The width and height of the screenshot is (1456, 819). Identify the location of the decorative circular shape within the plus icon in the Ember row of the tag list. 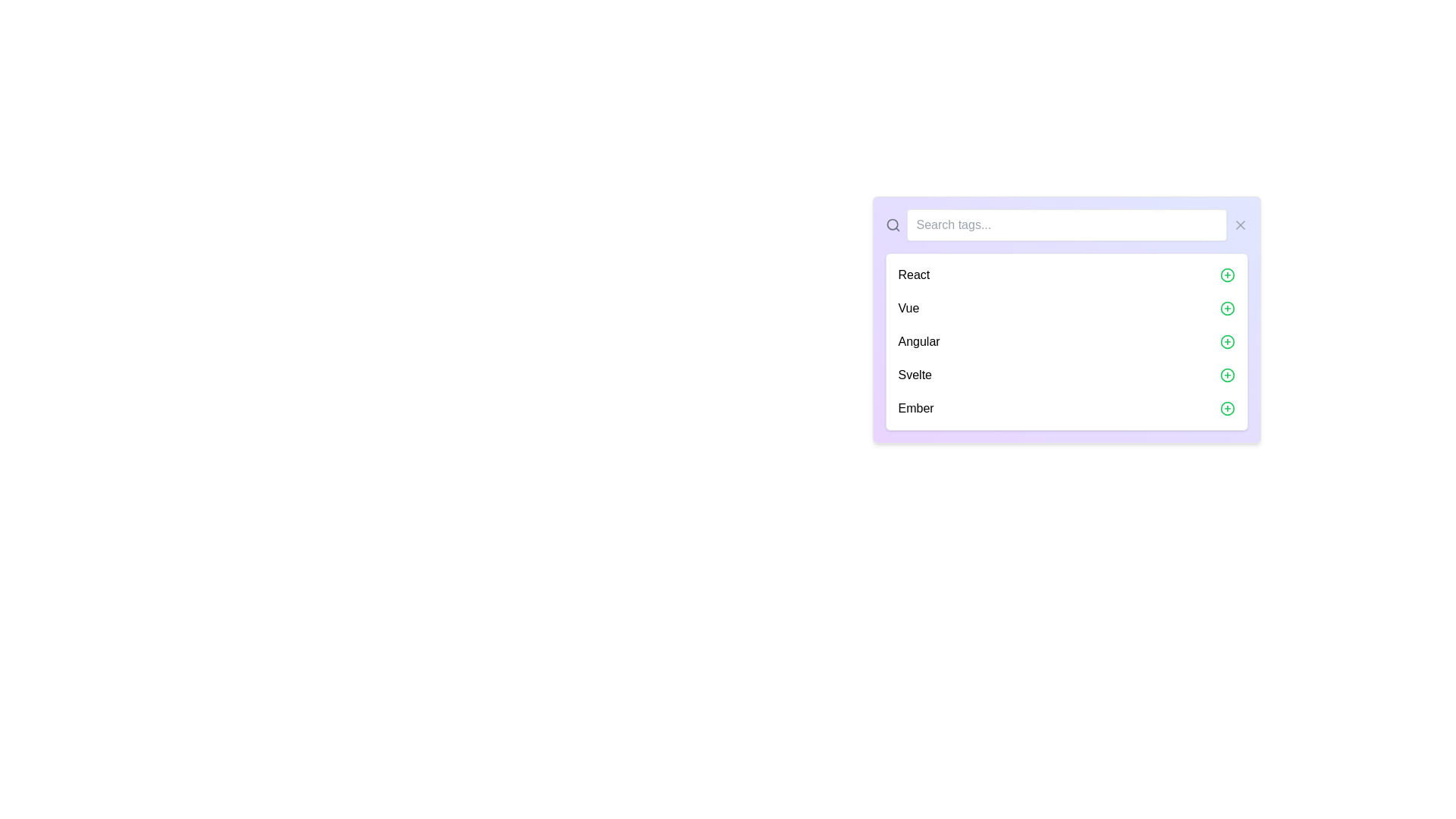
(1227, 408).